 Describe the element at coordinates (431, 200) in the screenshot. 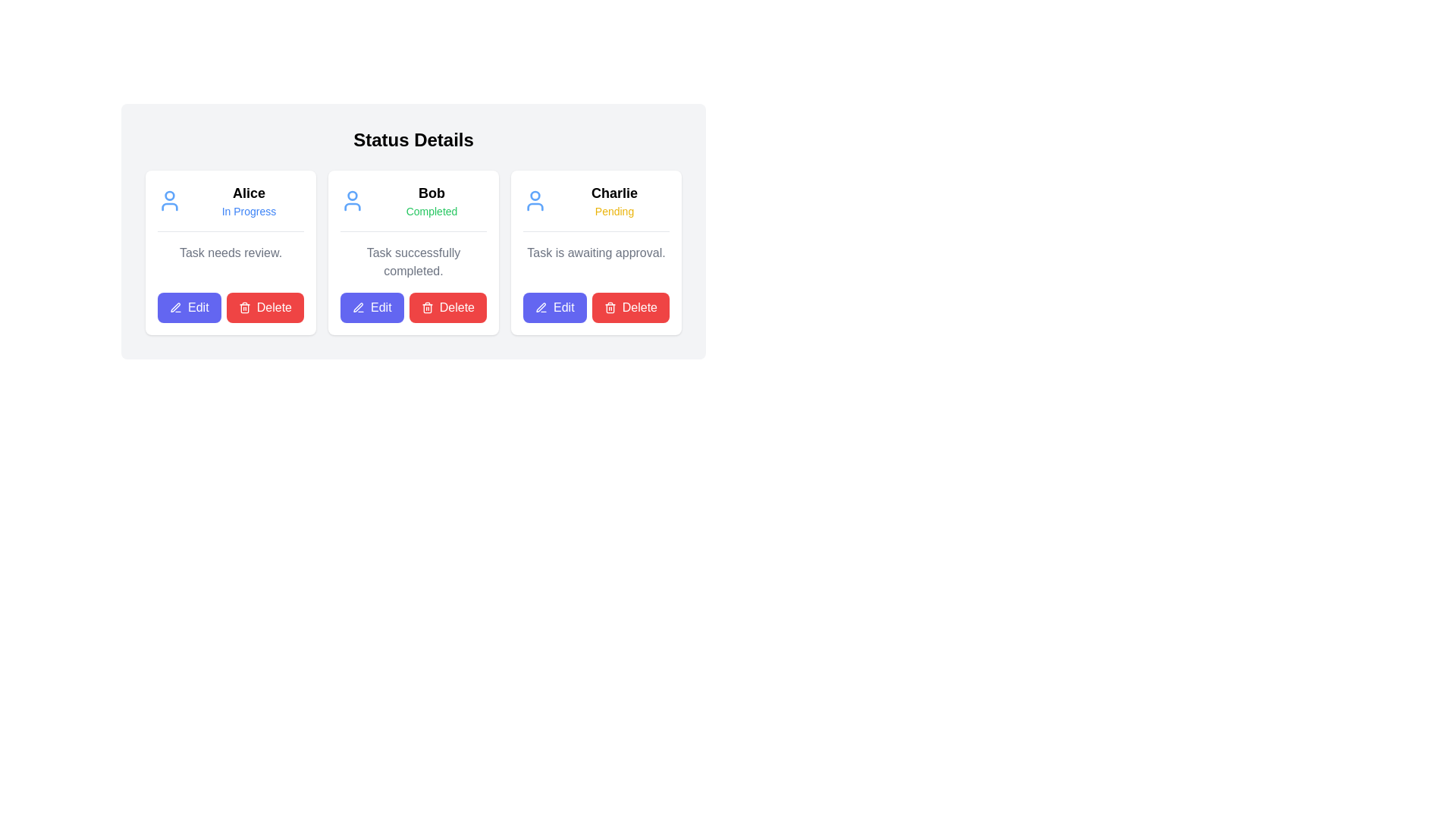

I see `the label or text display that shows the name and status ('Completed') of a task, located in the second column of a three-column layout` at that location.